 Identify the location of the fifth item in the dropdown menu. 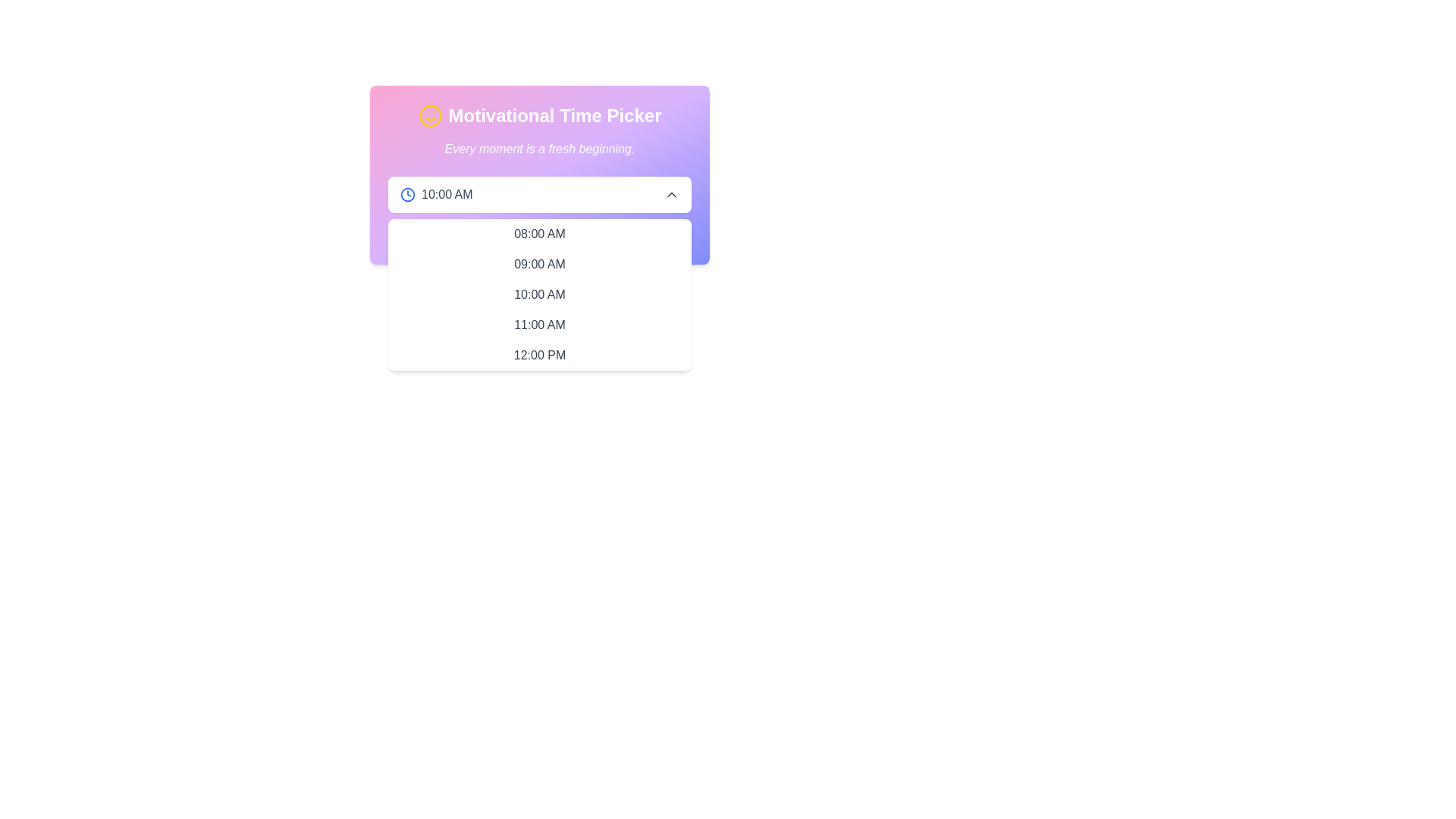
(539, 356).